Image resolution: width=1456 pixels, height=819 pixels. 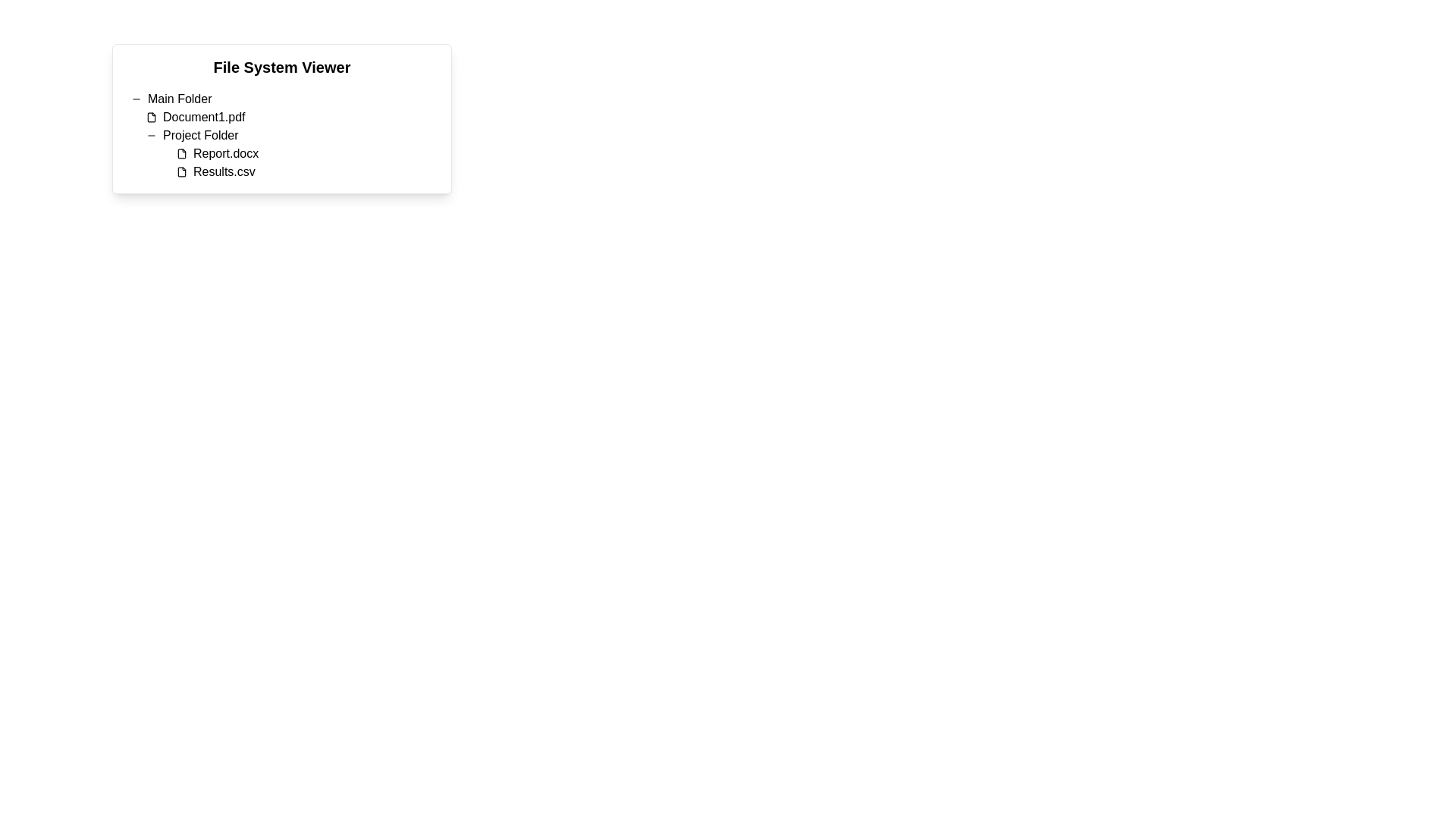 What do you see at coordinates (223, 171) in the screenshot?
I see `the text label displaying 'Results.csv' located under the 'Project Folder' section in the hierarchical file viewer interface, which is the second item below 'Report.docx'` at bounding box center [223, 171].